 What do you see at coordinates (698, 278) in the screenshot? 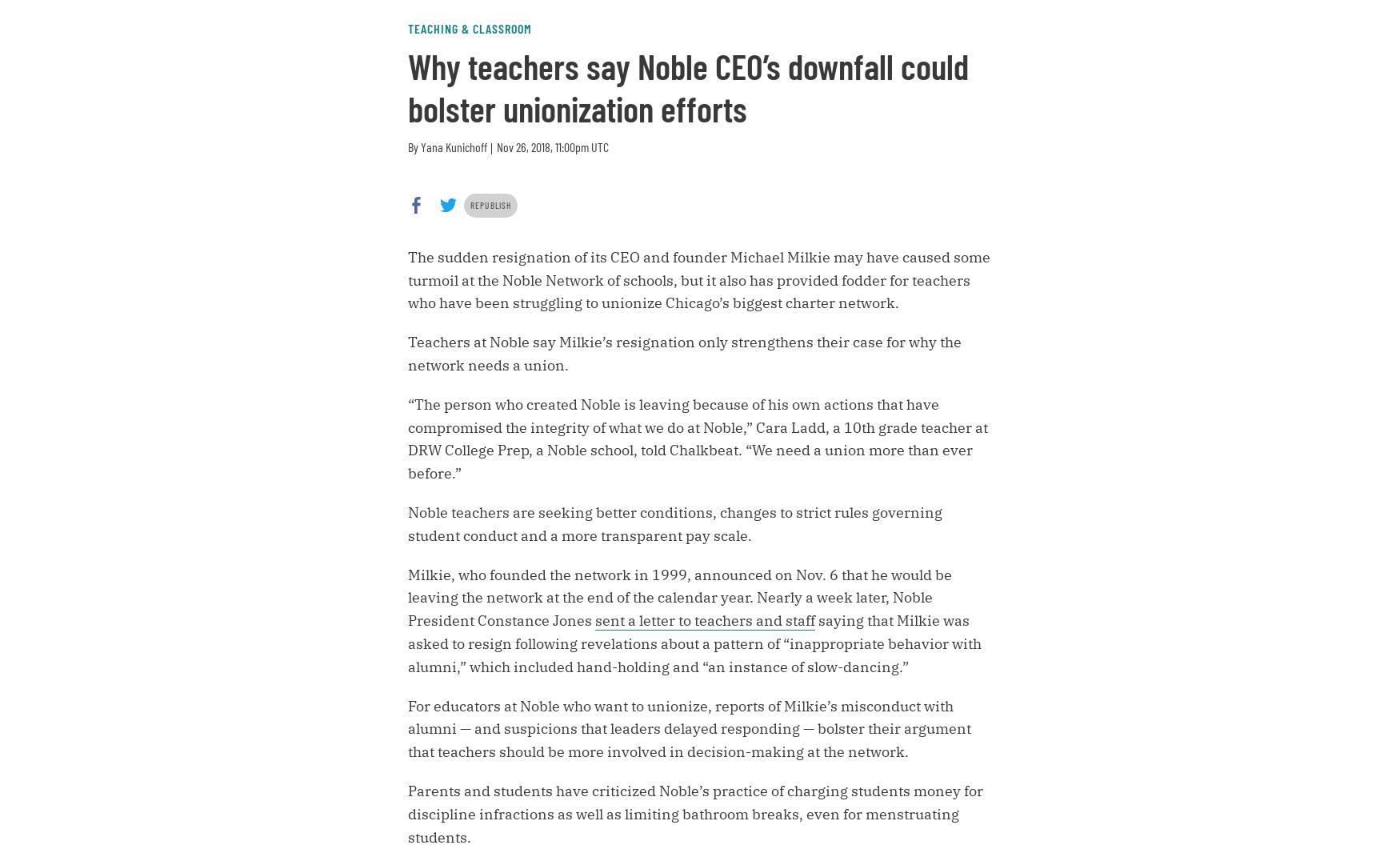
I see `'The sudden resignation of its CEO and founder Michael Milkie may have caused some turmoil at the Noble Network of schools, but it also has provided fodder for teachers who have been struggling to unionize Chicago’s biggest charter network.'` at bounding box center [698, 278].